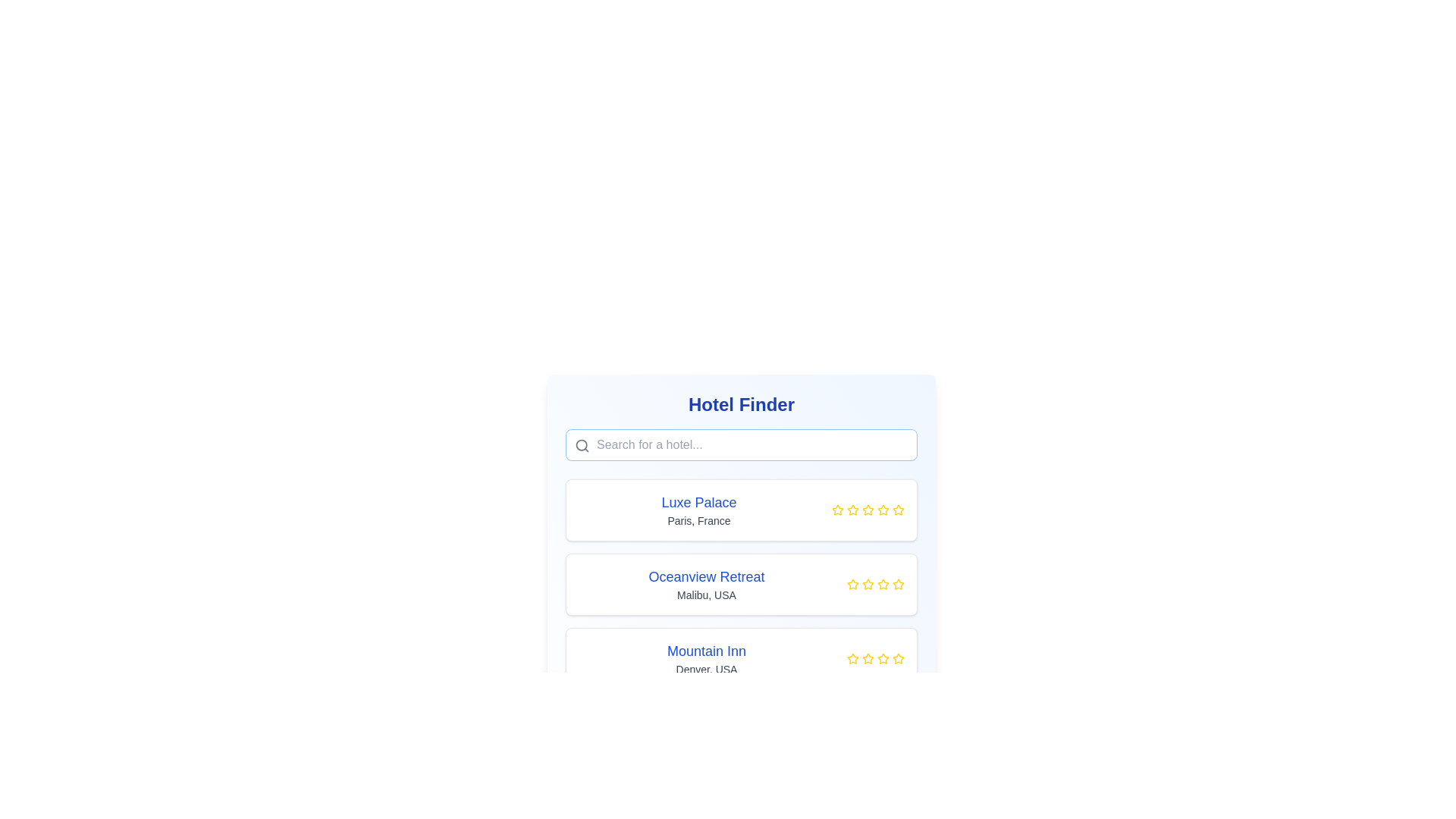 The width and height of the screenshot is (1456, 819). What do you see at coordinates (742, 510) in the screenshot?
I see `the first information card in the vertical list of hotel options that includes details about a hotel, positioned above 'Oceanview Retreat'` at bounding box center [742, 510].